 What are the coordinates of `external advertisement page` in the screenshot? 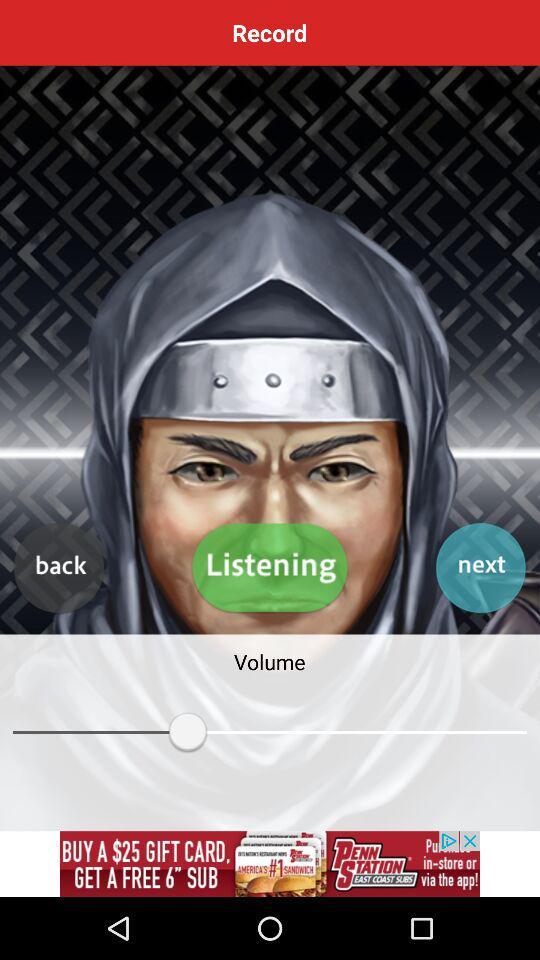 It's located at (270, 863).